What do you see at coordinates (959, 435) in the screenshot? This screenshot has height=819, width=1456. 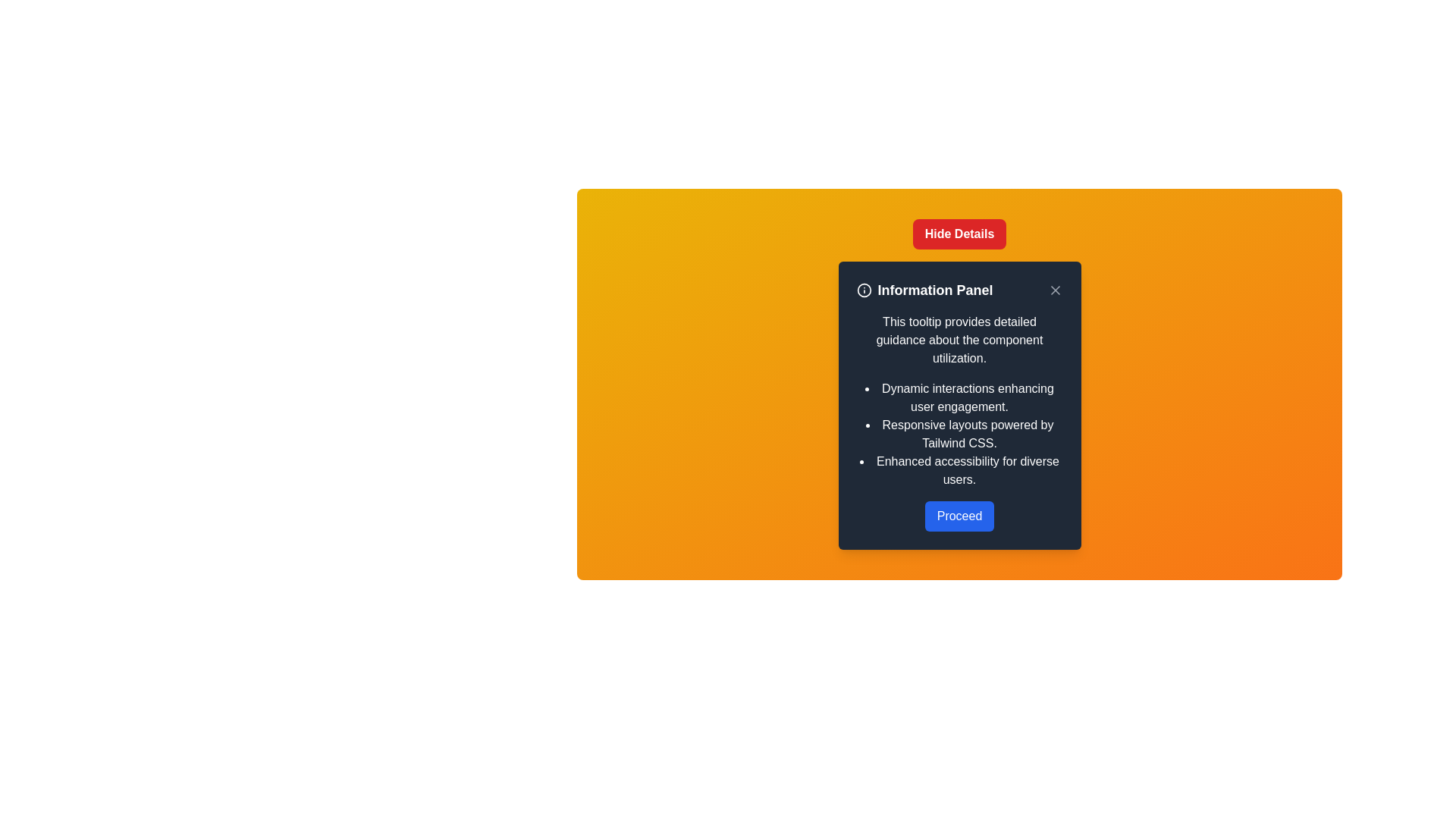 I see `the bulleted list in the tooltip popup panel` at bounding box center [959, 435].